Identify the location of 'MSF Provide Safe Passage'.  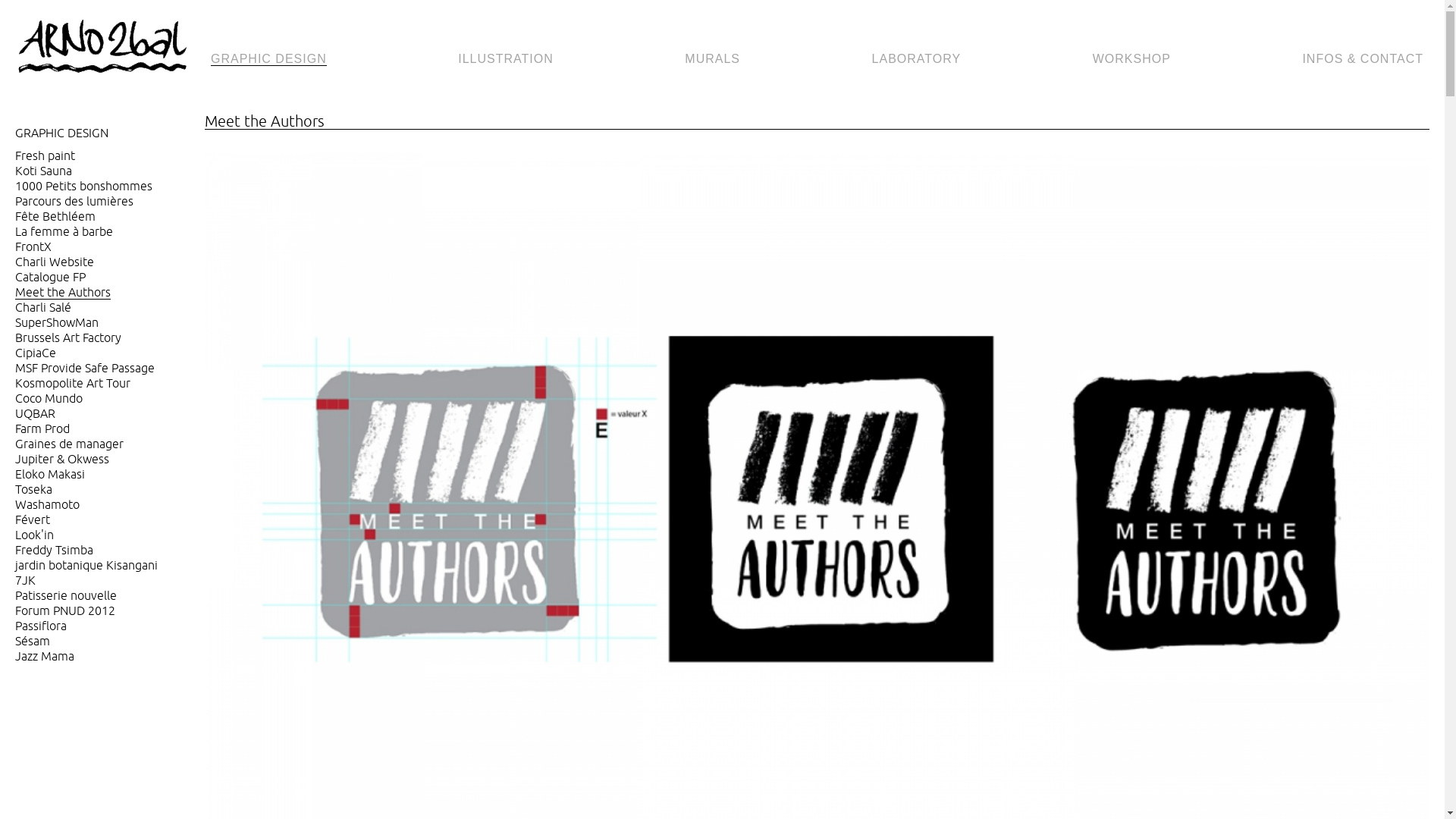
(83, 368).